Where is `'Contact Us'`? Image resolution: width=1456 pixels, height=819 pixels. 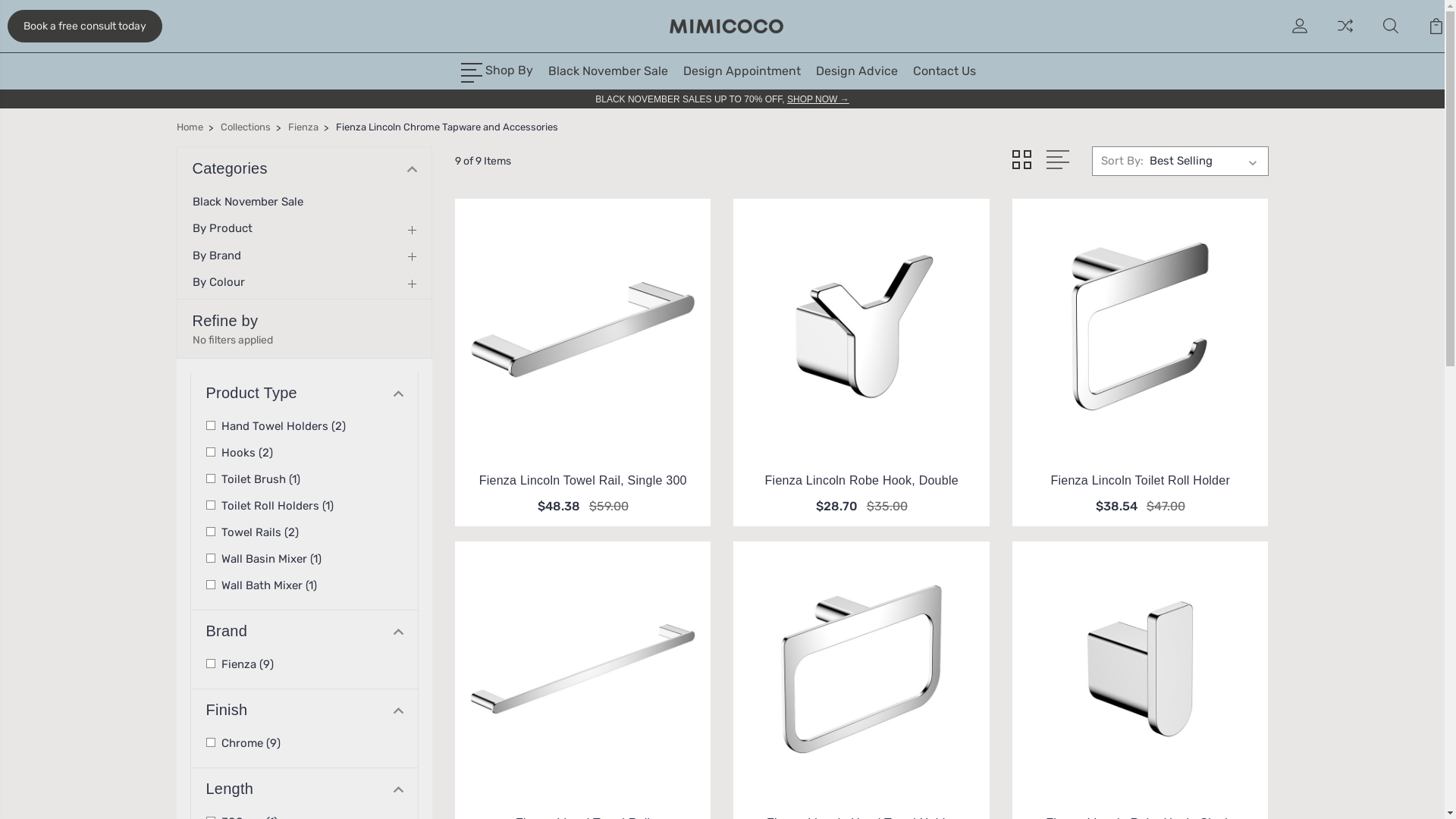 'Contact Us' is located at coordinates (943, 71).